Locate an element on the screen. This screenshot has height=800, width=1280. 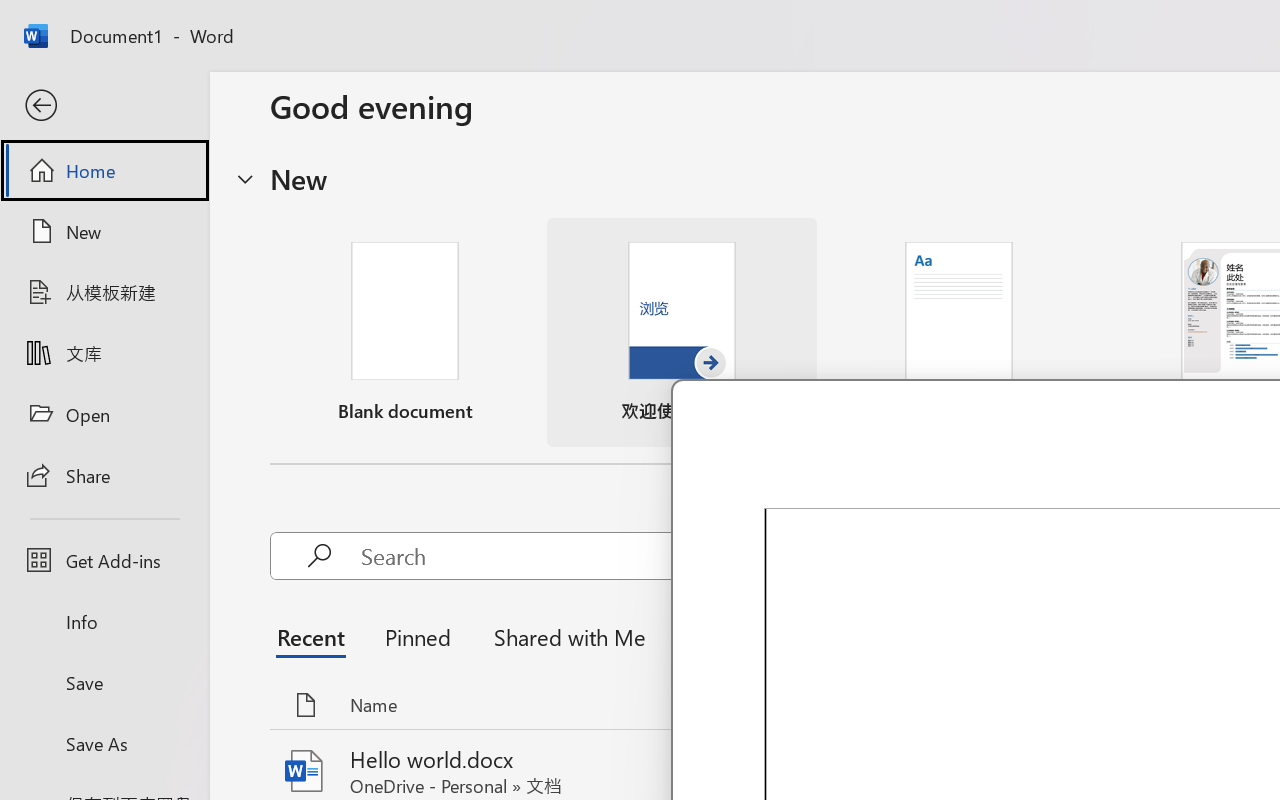
'Pinned' is located at coordinates (416, 635).